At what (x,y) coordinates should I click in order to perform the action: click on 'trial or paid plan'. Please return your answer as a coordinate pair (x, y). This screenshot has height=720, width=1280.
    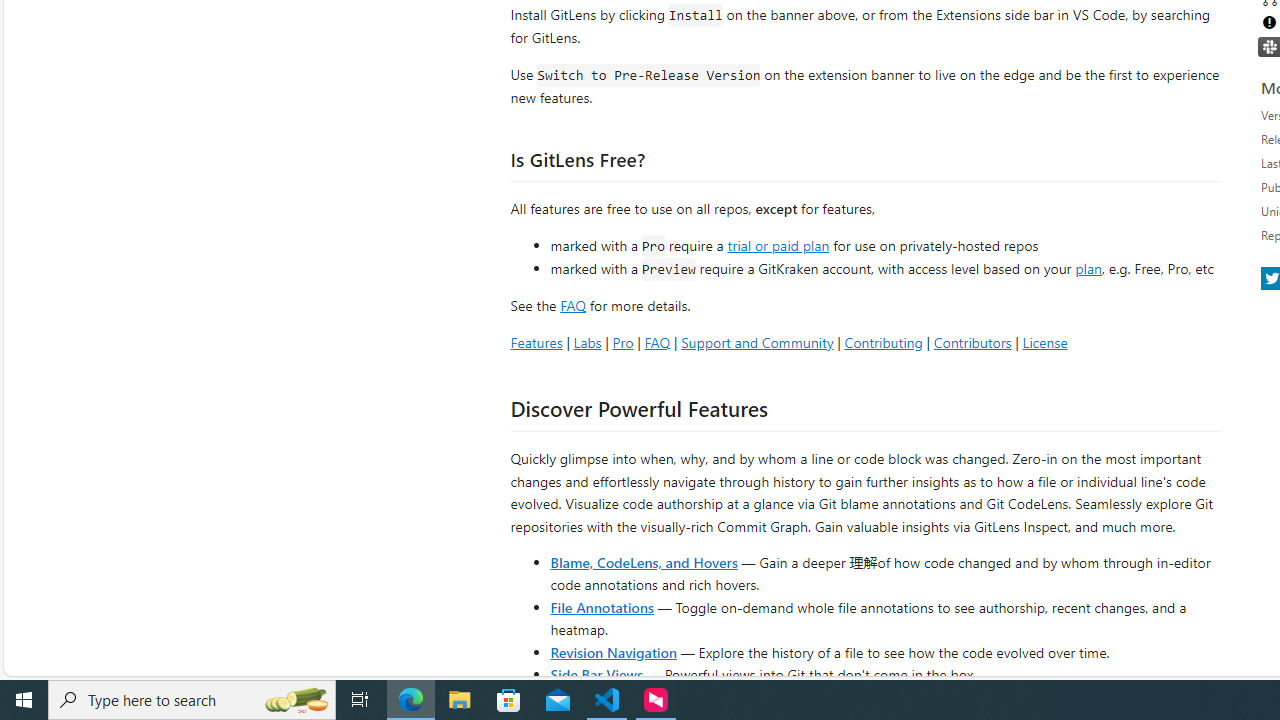
    Looking at the image, I should click on (777, 243).